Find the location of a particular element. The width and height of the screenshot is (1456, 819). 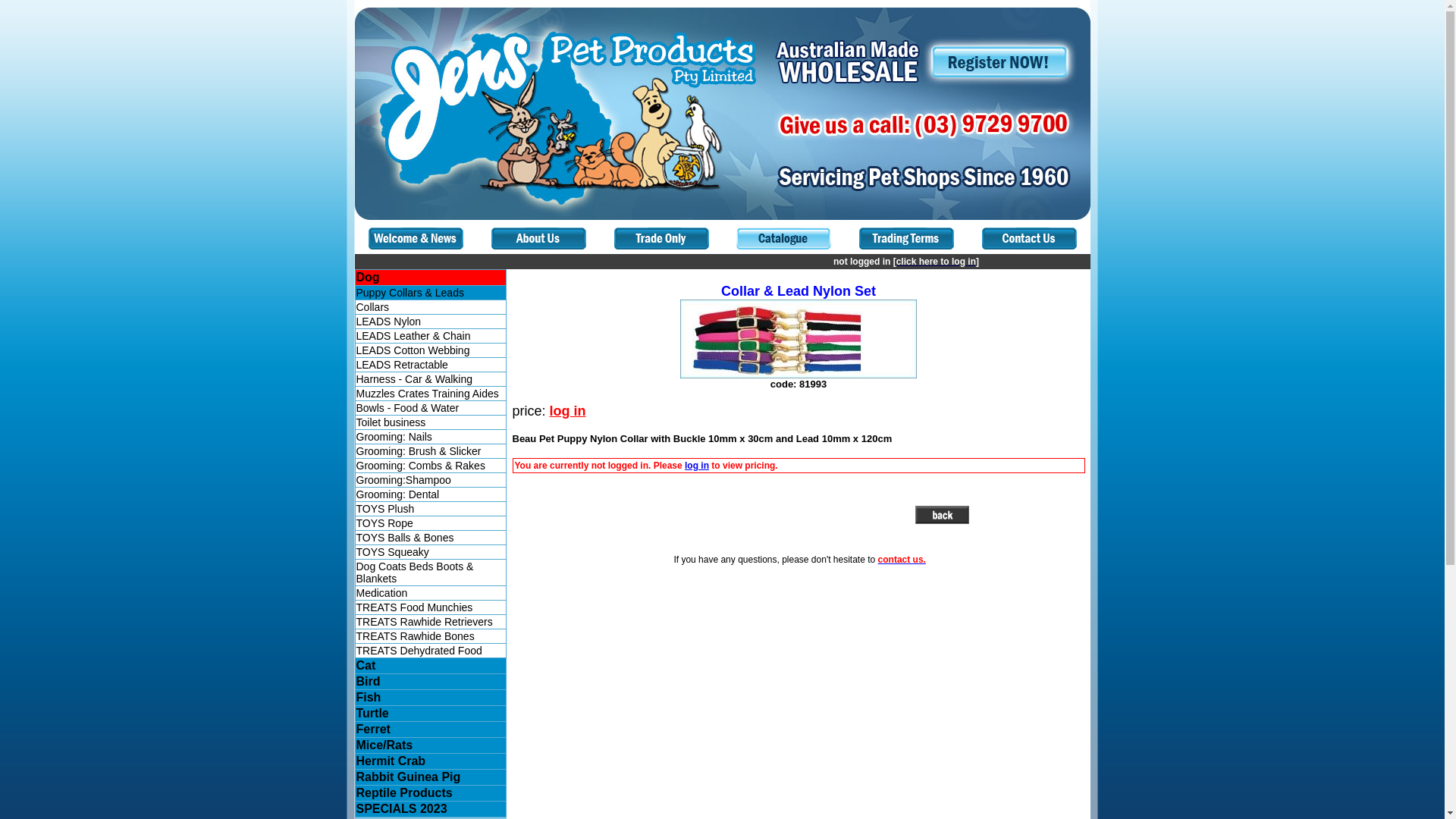

'TOYS Squeaky' is located at coordinates (428, 552).